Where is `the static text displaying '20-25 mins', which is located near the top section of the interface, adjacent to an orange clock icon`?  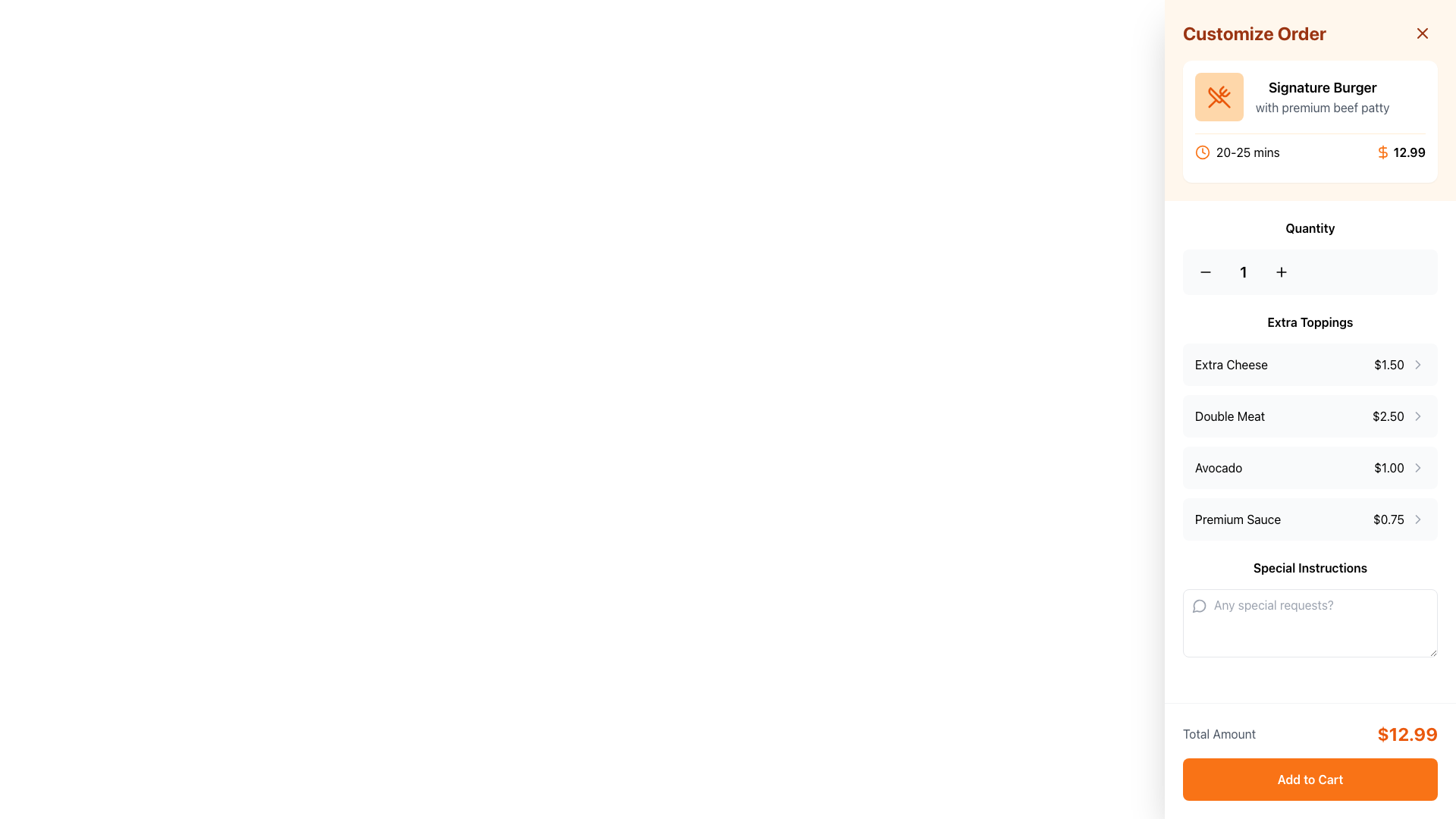
the static text displaying '20-25 mins', which is located near the top section of the interface, adjacent to an orange clock icon is located at coordinates (1247, 152).